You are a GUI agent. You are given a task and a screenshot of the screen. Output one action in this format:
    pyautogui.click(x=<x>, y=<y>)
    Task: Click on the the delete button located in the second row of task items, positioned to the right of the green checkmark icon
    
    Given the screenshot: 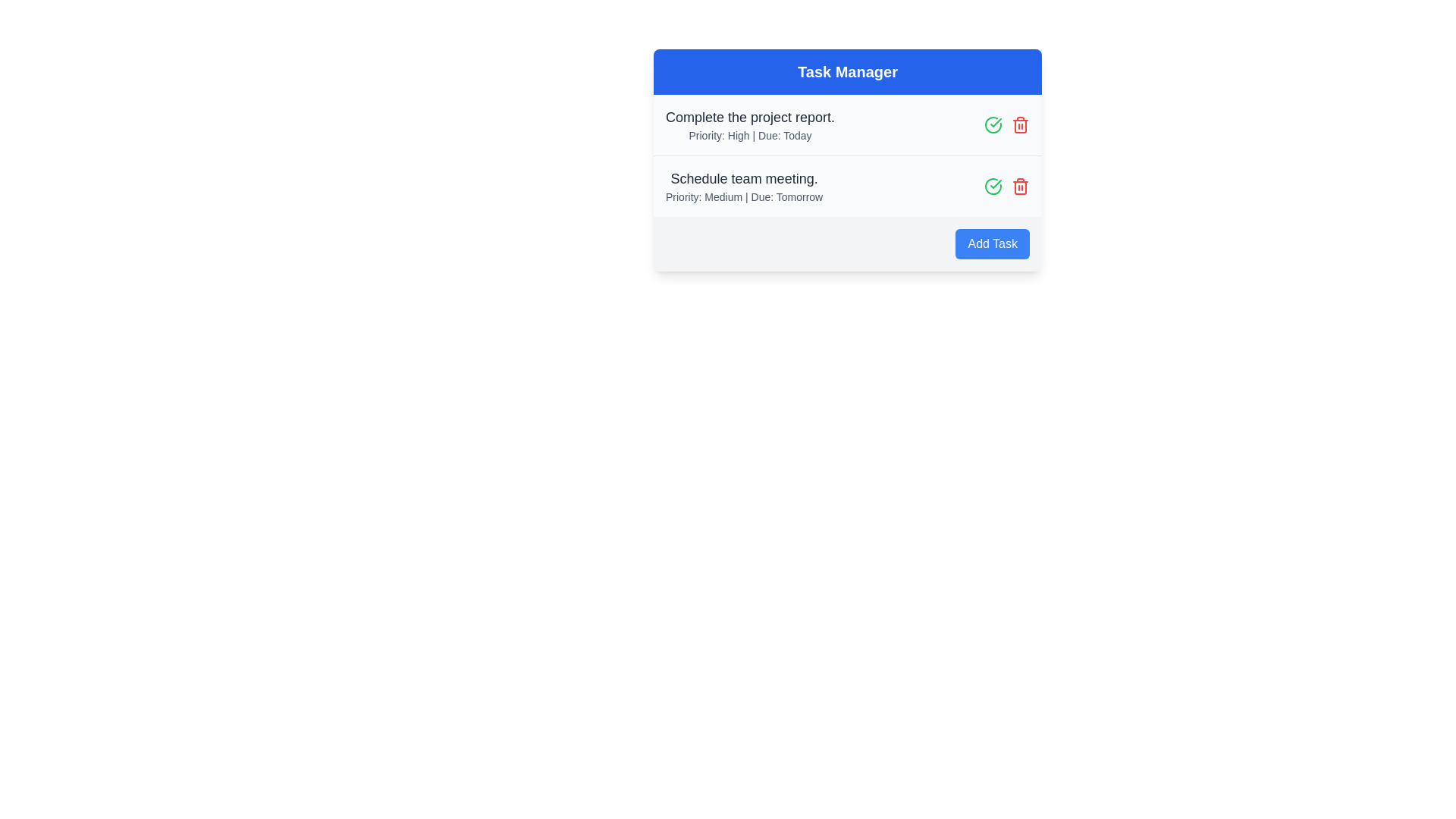 What is the action you would take?
    pyautogui.click(x=1020, y=186)
    